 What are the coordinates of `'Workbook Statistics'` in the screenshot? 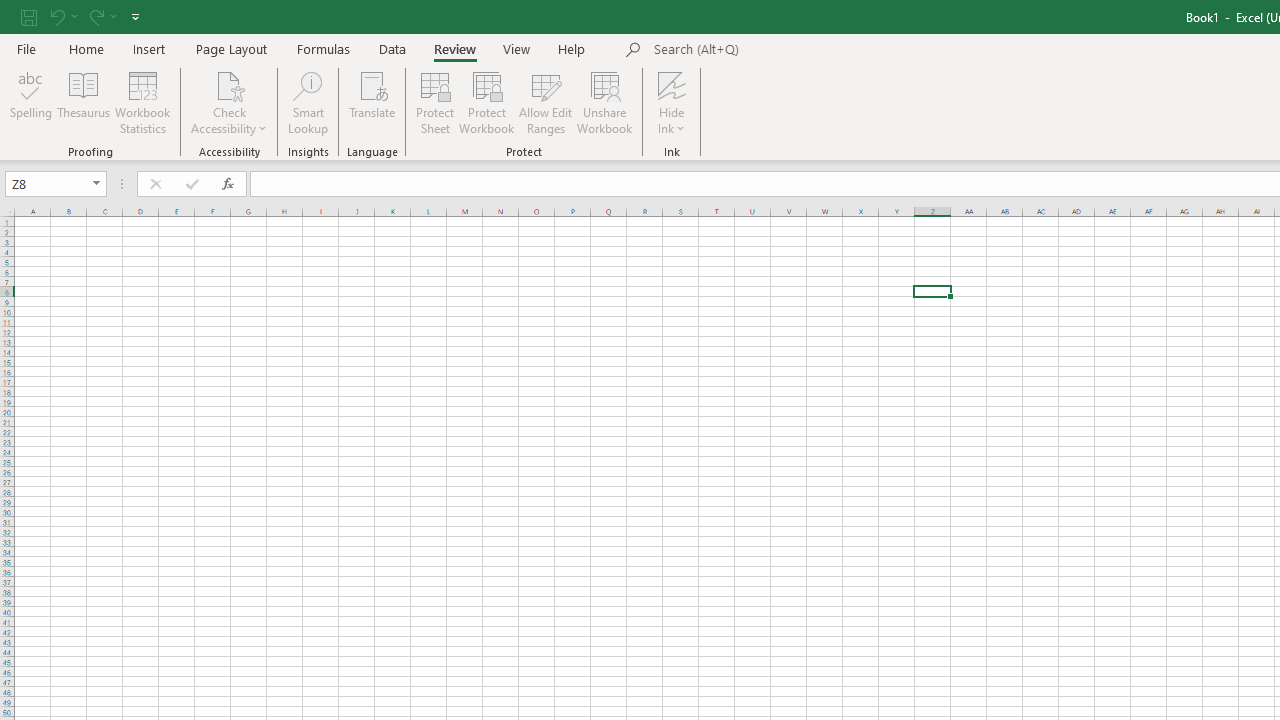 It's located at (141, 103).